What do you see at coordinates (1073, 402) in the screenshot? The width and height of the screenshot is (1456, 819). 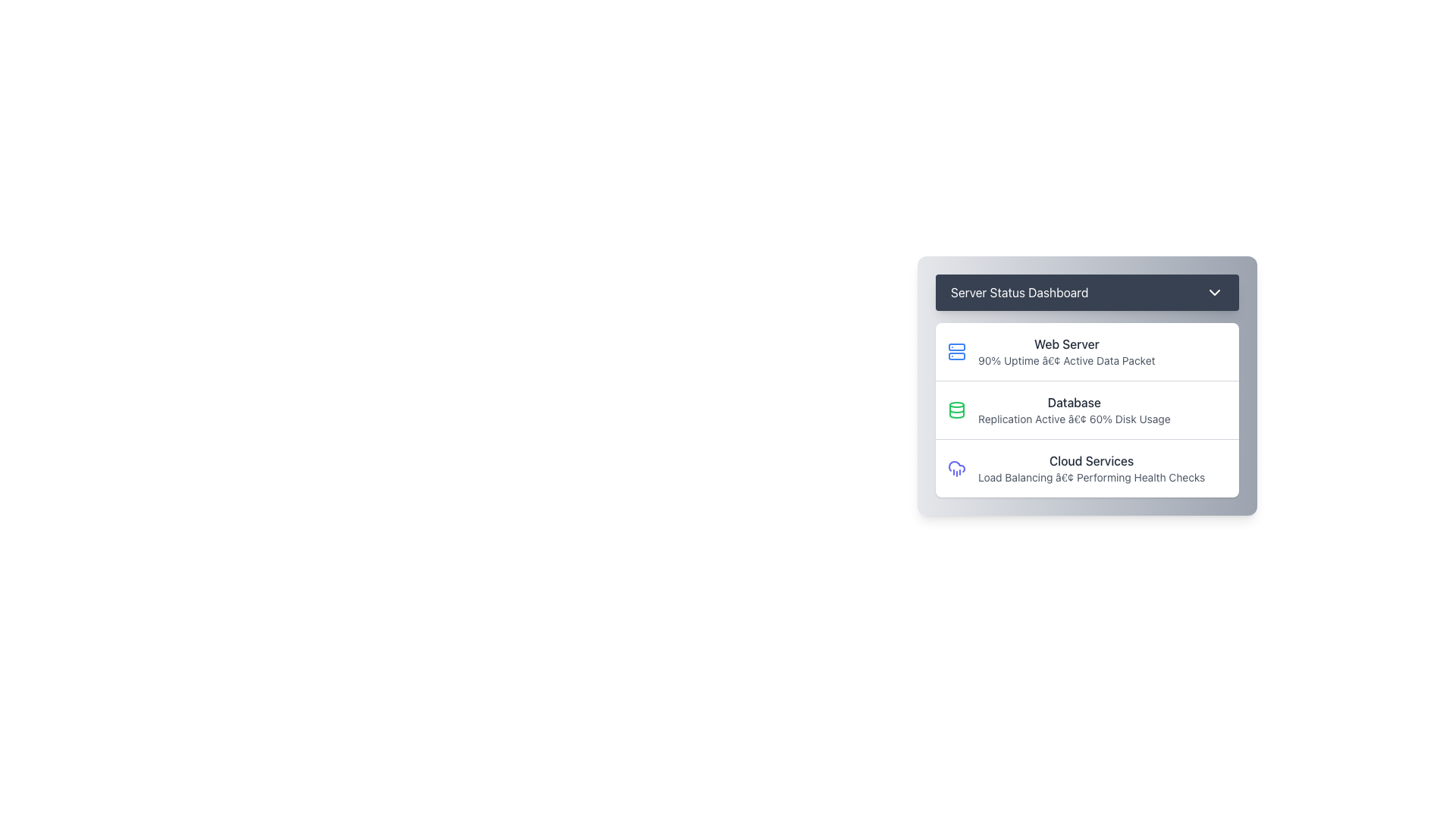 I see `the text label displaying 'Database' in bold dark gray, located in the second section of the 'Server Status Dashboard', above the line 'Replication Active • 60% Disk Usage'` at bounding box center [1073, 402].